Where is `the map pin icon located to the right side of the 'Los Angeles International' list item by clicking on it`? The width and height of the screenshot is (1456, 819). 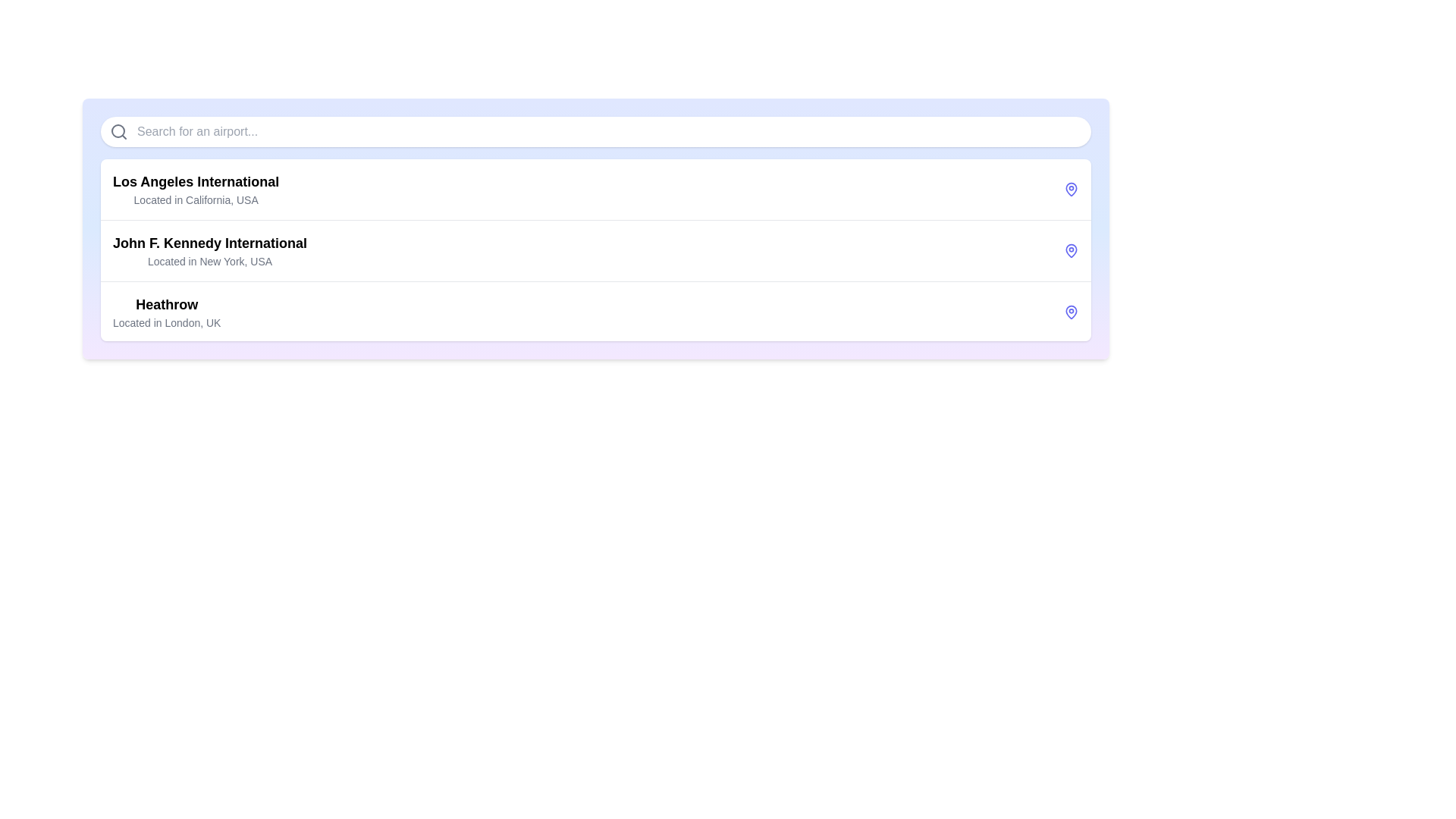 the map pin icon located to the right side of the 'Los Angeles International' list item by clicking on it is located at coordinates (1070, 188).